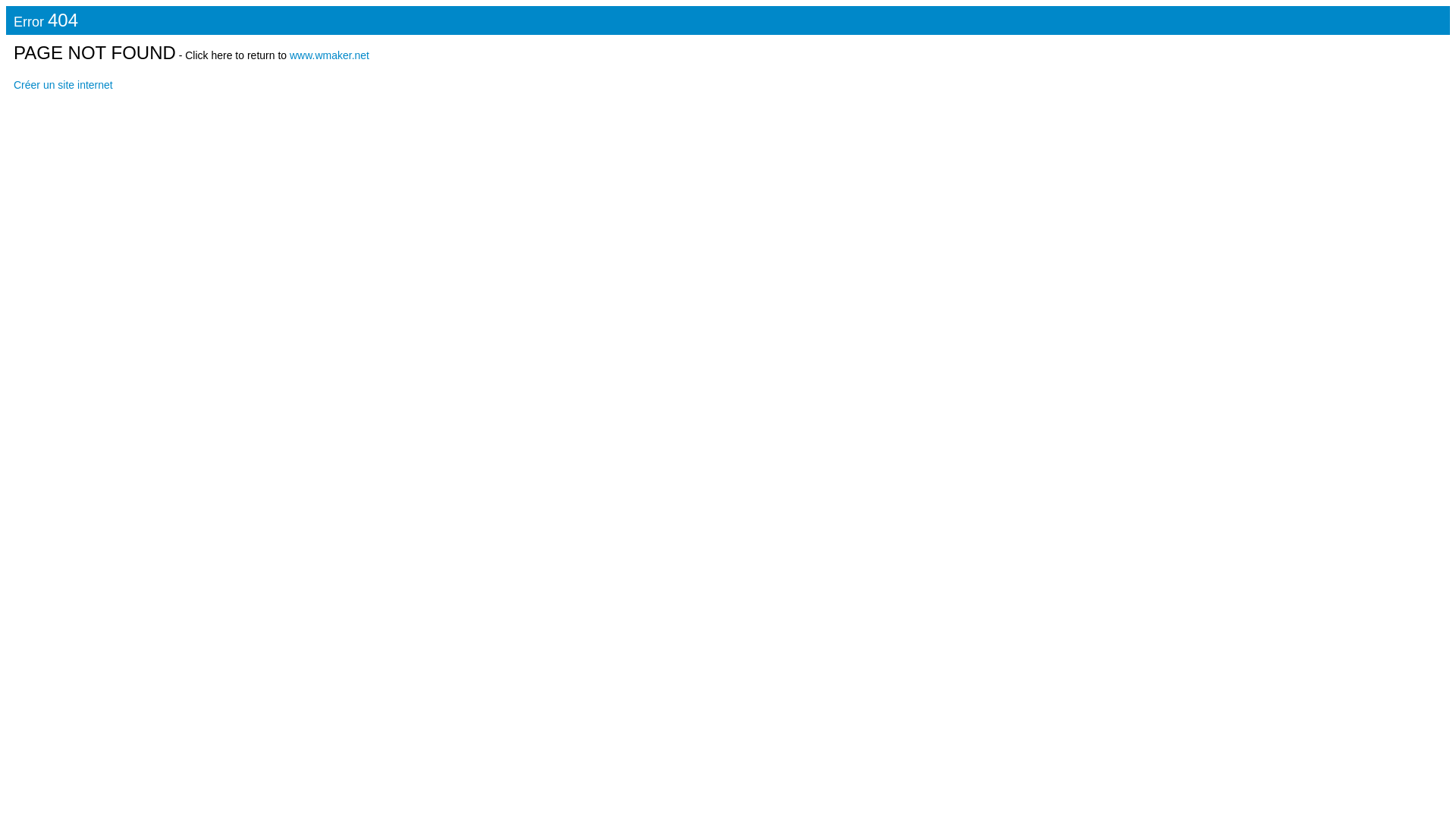 The width and height of the screenshot is (1456, 819). Describe the element at coordinates (328, 55) in the screenshot. I see `'www.wmaker.net'` at that location.